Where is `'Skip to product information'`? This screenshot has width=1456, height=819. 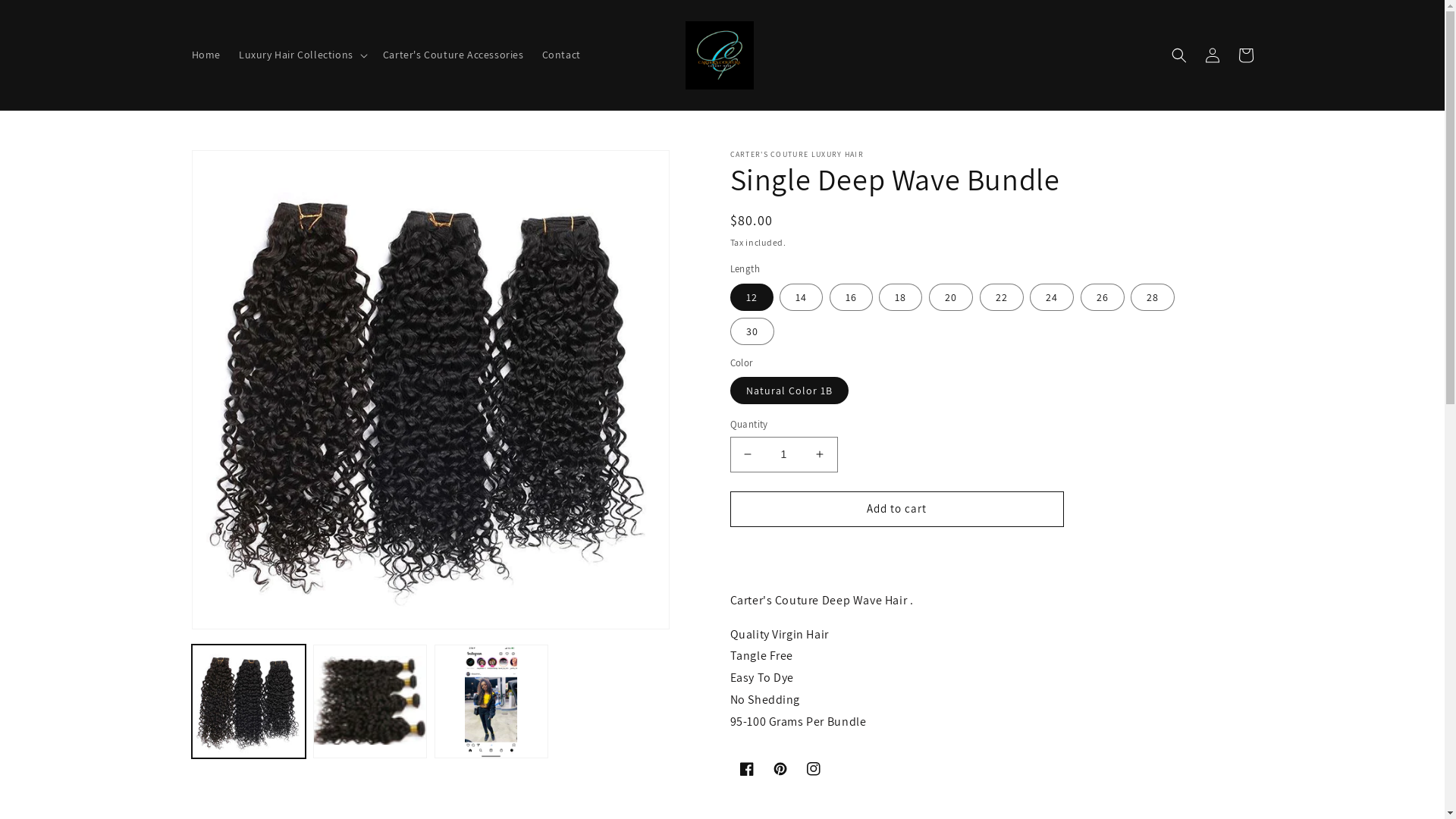 'Skip to product information' is located at coordinates (236, 167).